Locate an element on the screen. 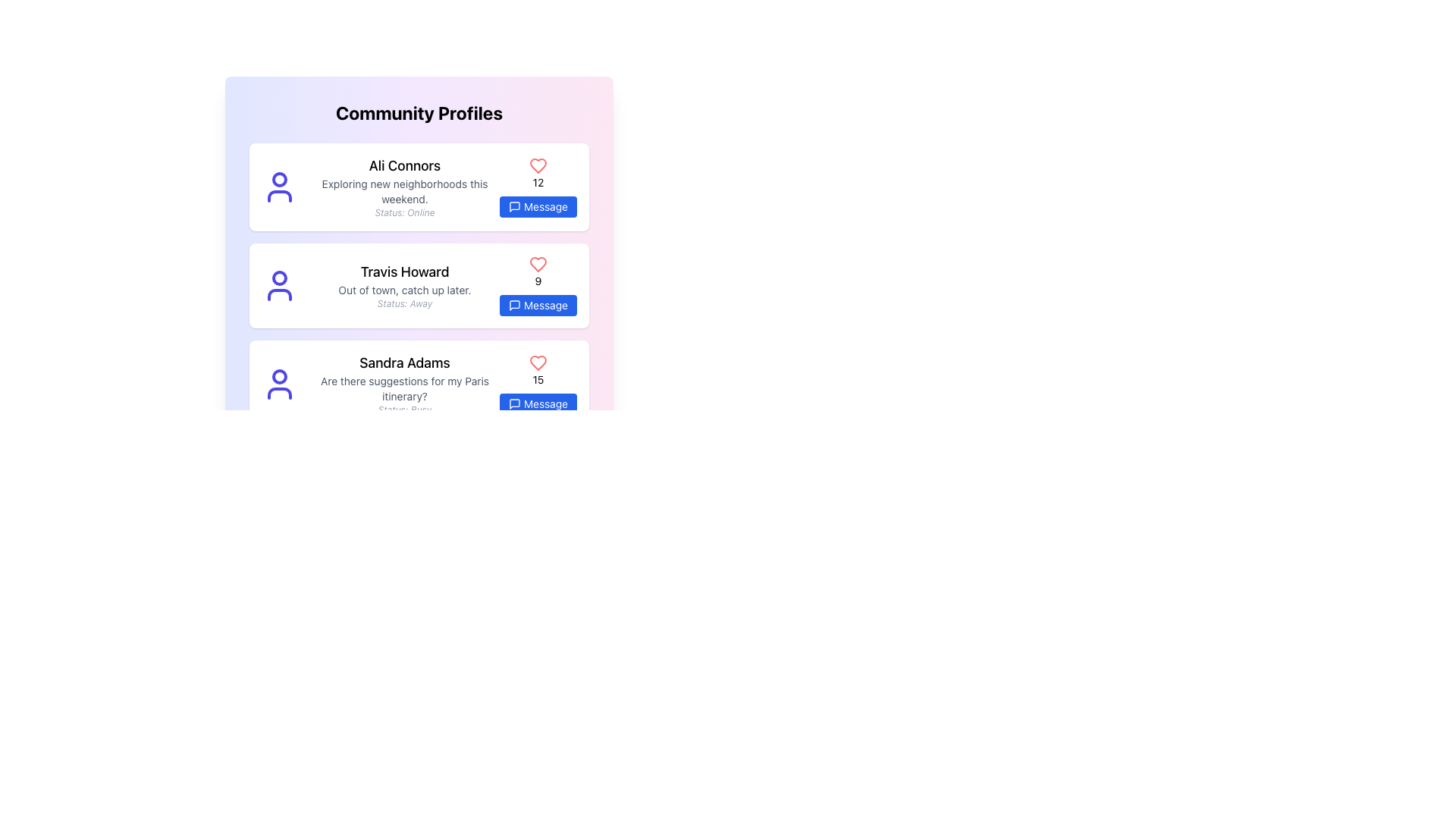 The image size is (1456, 819). the static text displaying the count of likes or favorites associated with the user profile, which is positioned below the heart icon and above the 'Message' button is located at coordinates (538, 379).